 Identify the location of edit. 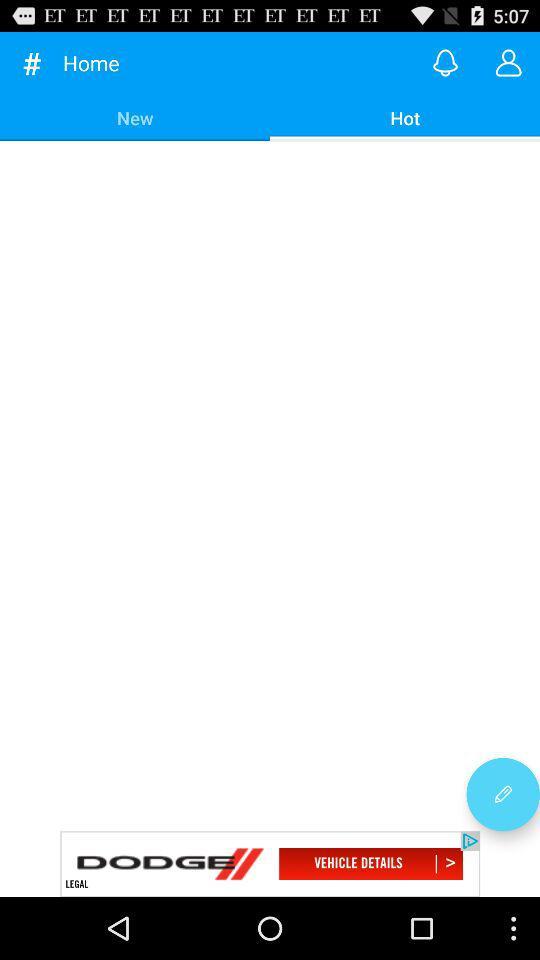
(502, 794).